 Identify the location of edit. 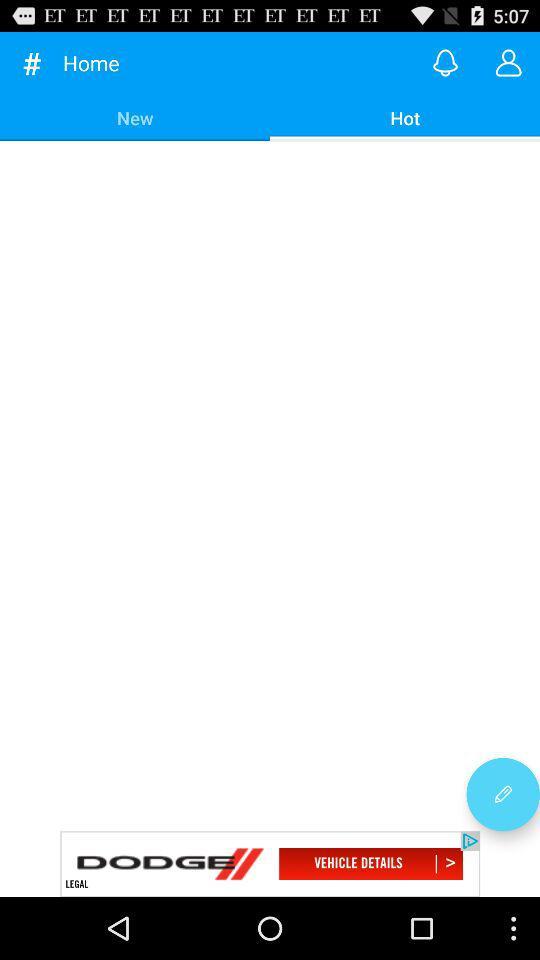
(502, 794).